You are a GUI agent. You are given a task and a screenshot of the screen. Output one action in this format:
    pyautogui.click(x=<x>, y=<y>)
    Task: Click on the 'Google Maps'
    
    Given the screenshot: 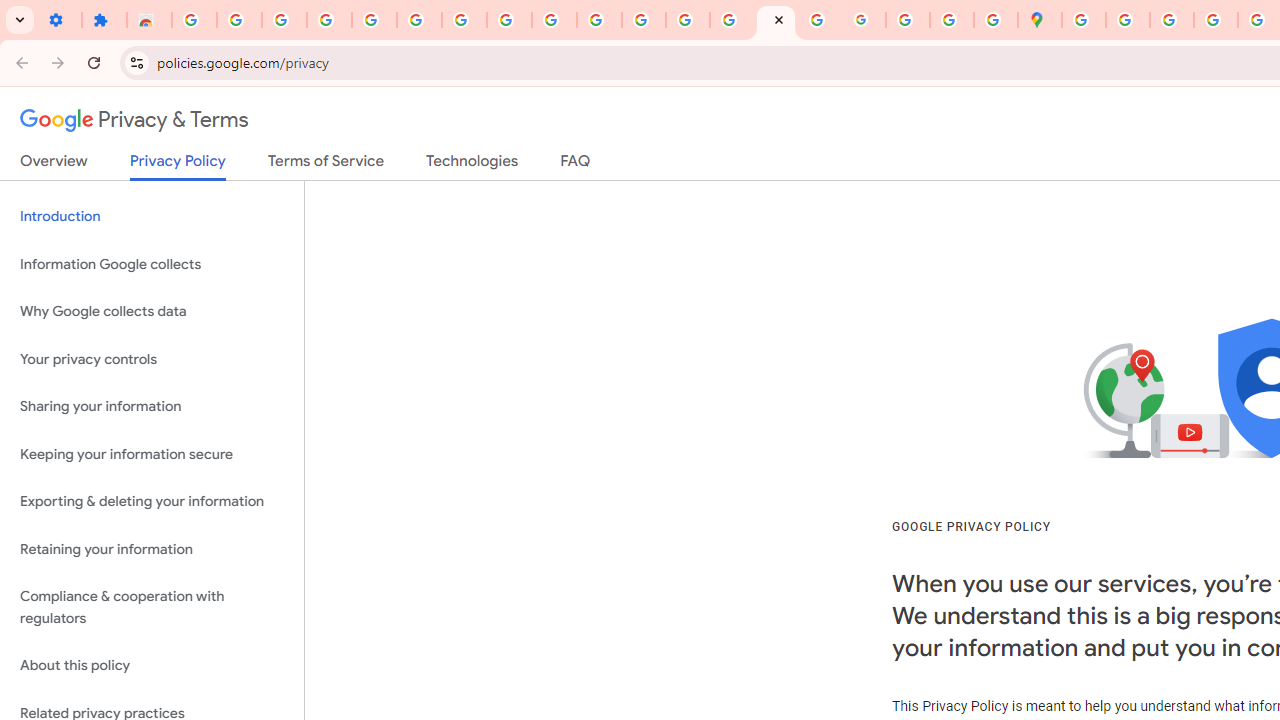 What is the action you would take?
    pyautogui.click(x=1040, y=20)
    